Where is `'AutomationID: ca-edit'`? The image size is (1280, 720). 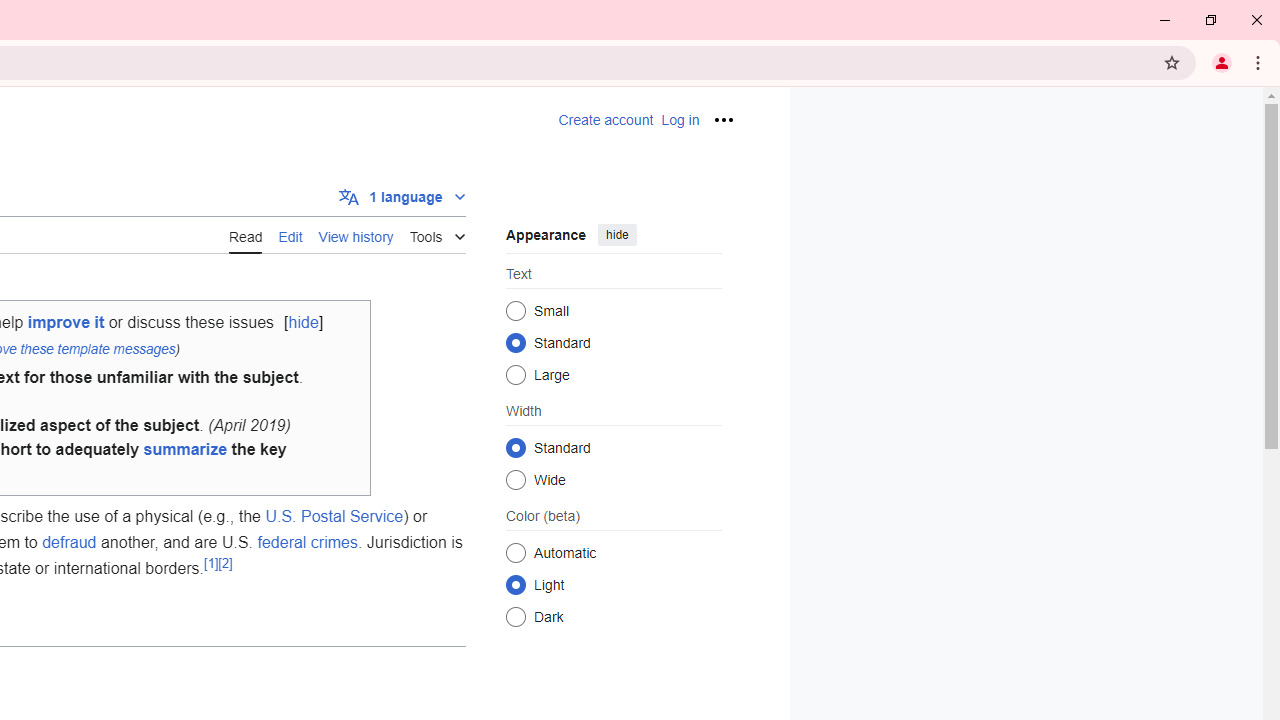 'AutomationID: ca-edit' is located at coordinates (289, 233).